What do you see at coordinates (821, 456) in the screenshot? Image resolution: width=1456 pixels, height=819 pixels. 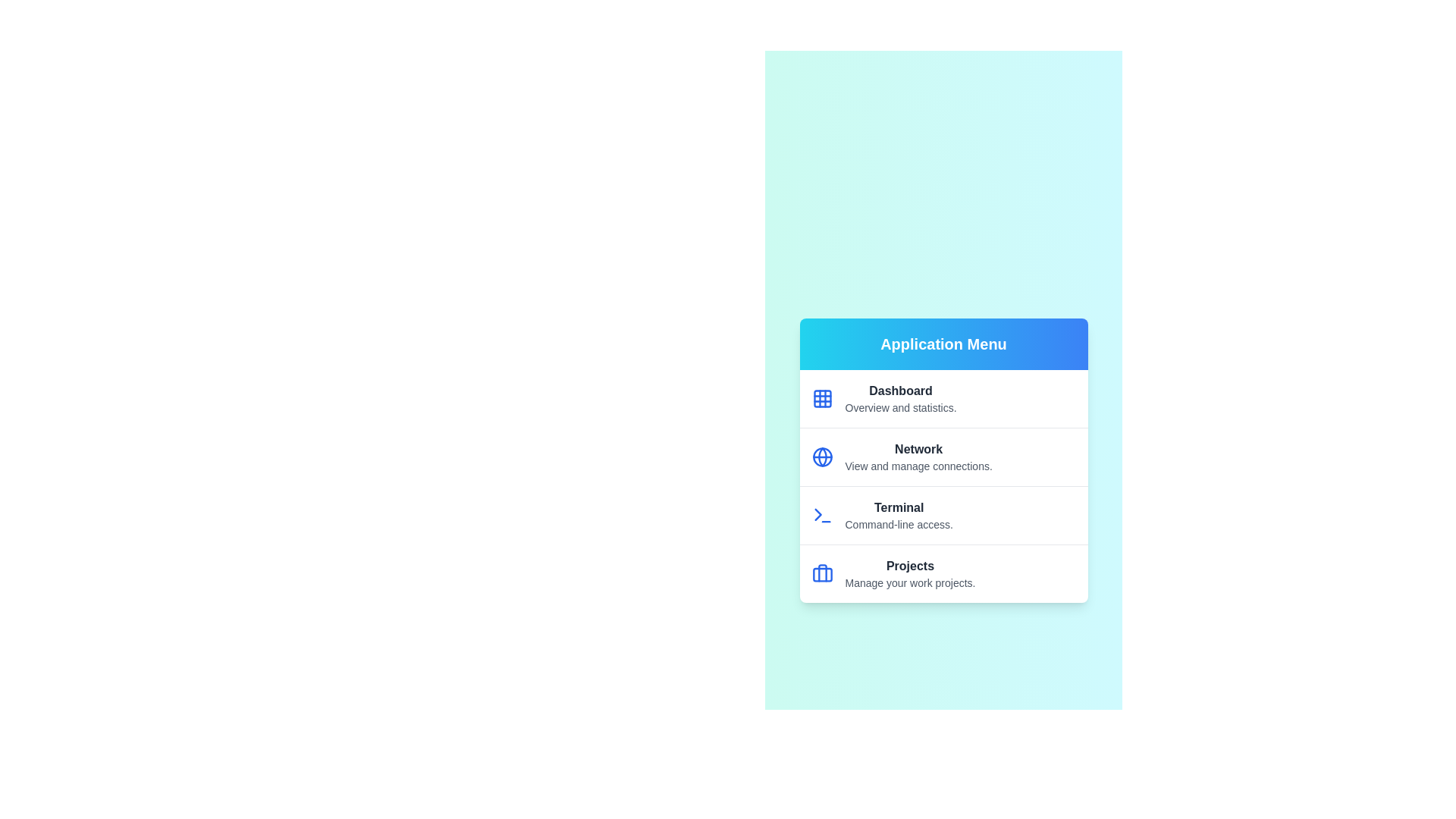 I see `the icon for the menu item labeled Network` at bounding box center [821, 456].